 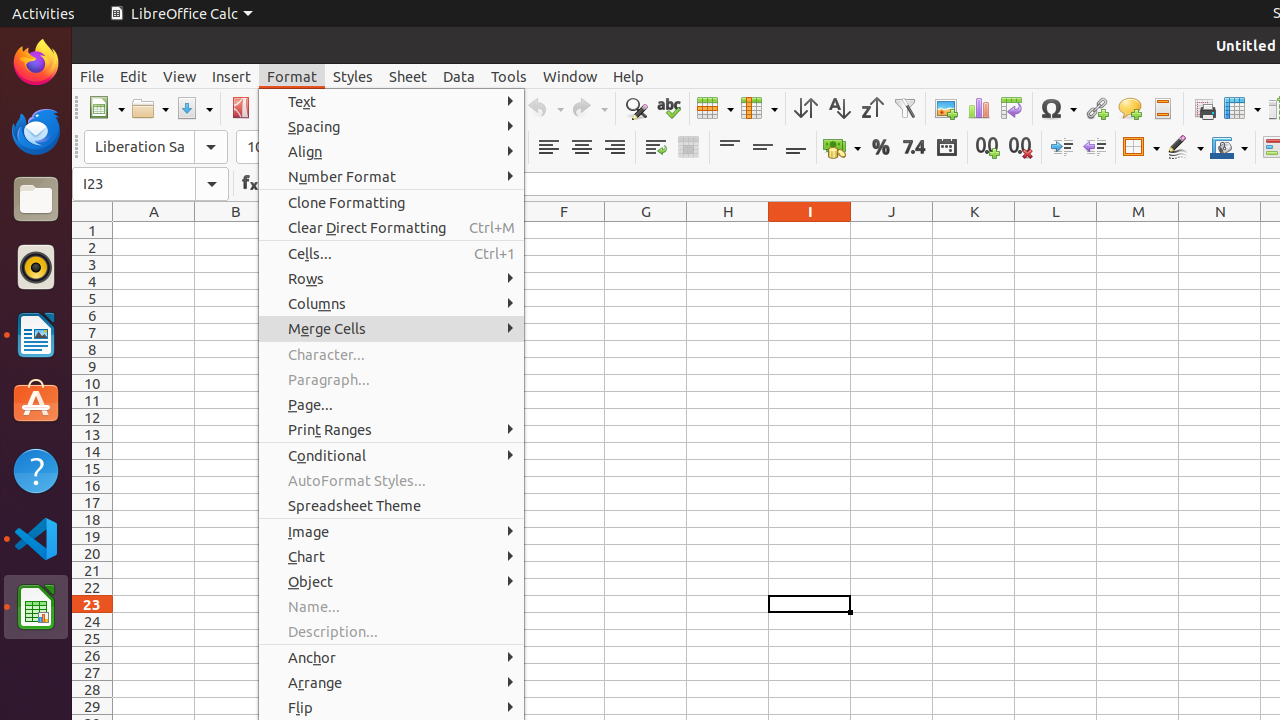 What do you see at coordinates (91, 75) in the screenshot?
I see `'File'` at bounding box center [91, 75].